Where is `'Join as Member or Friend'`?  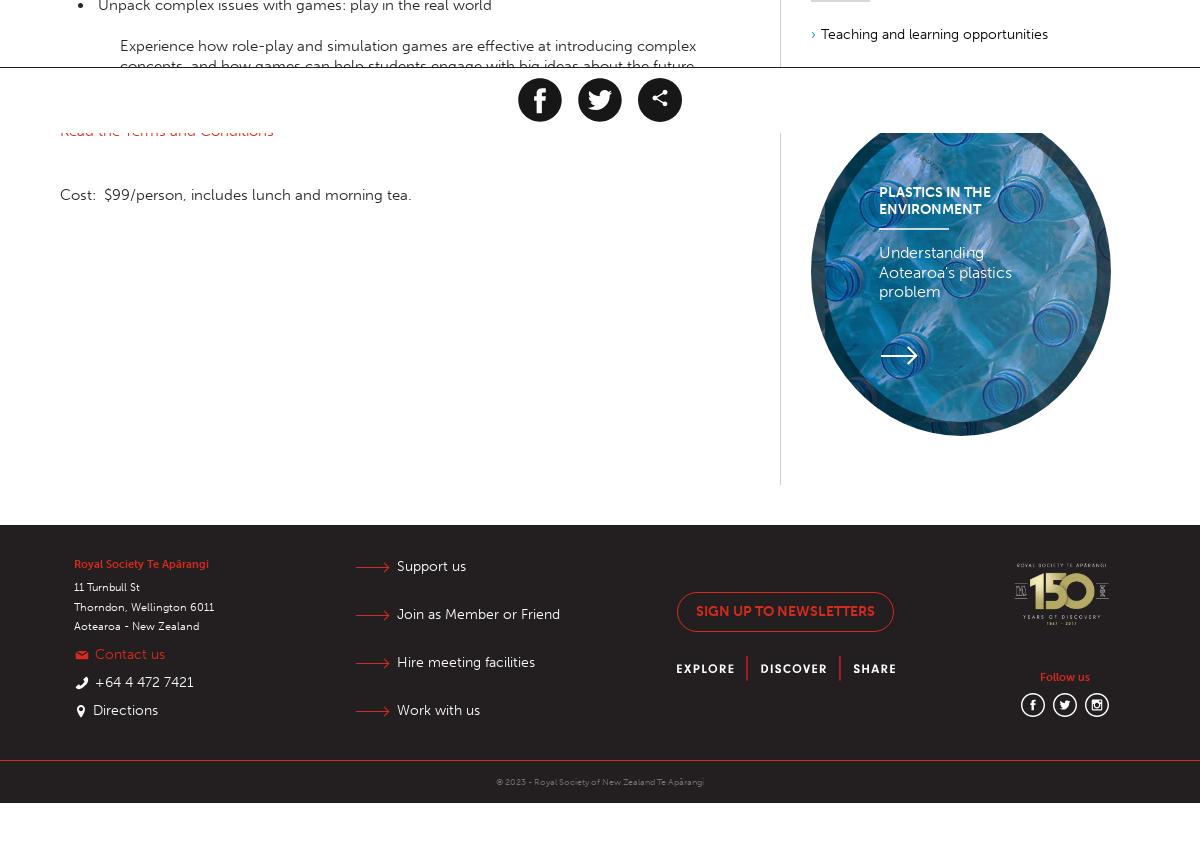 'Join as Member or Friend' is located at coordinates (396, 612).